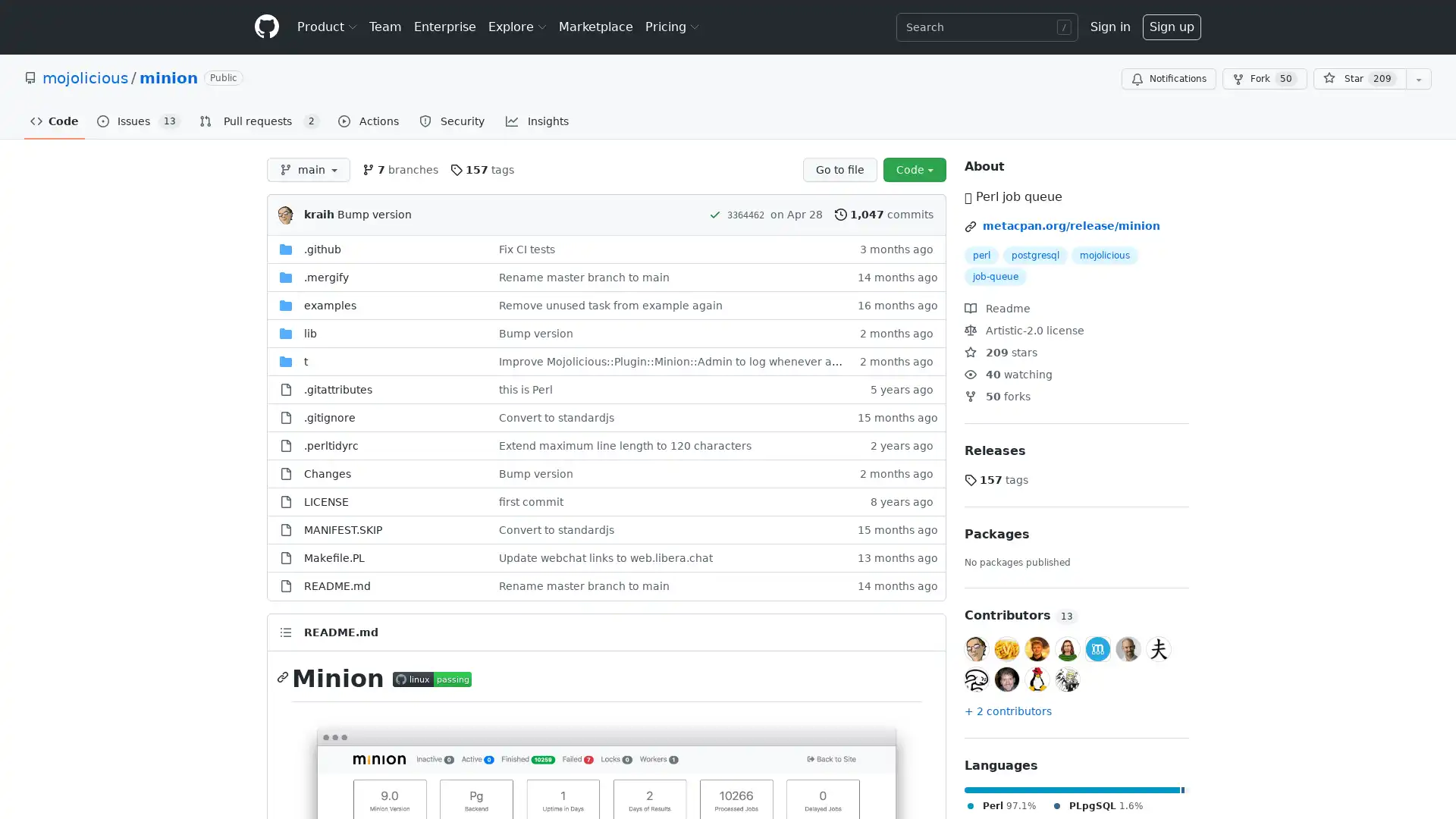 This screenshot has width=1456, height=819. What do you see at coordinates (1418, 79) in the screenshot?
I see `You must be signed in to add this repository to a list` at bounding box center [1418, 79].